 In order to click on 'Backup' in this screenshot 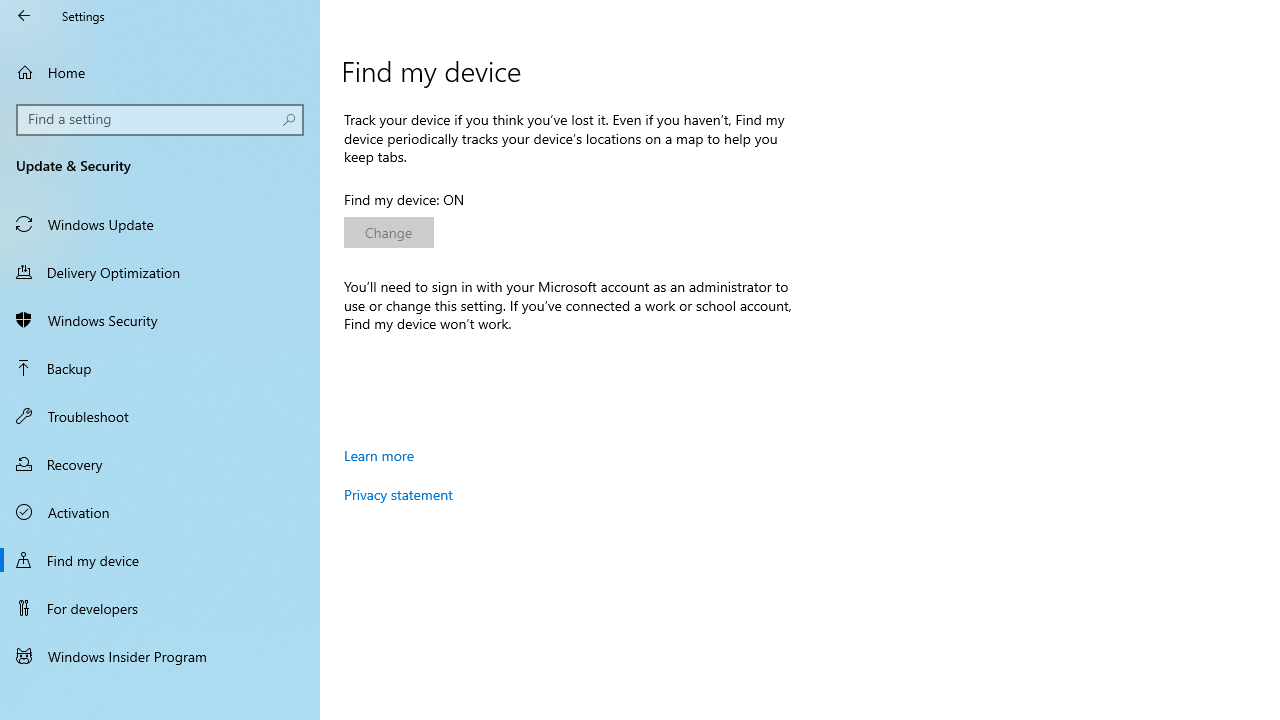, I will do `click(160, 367)`.